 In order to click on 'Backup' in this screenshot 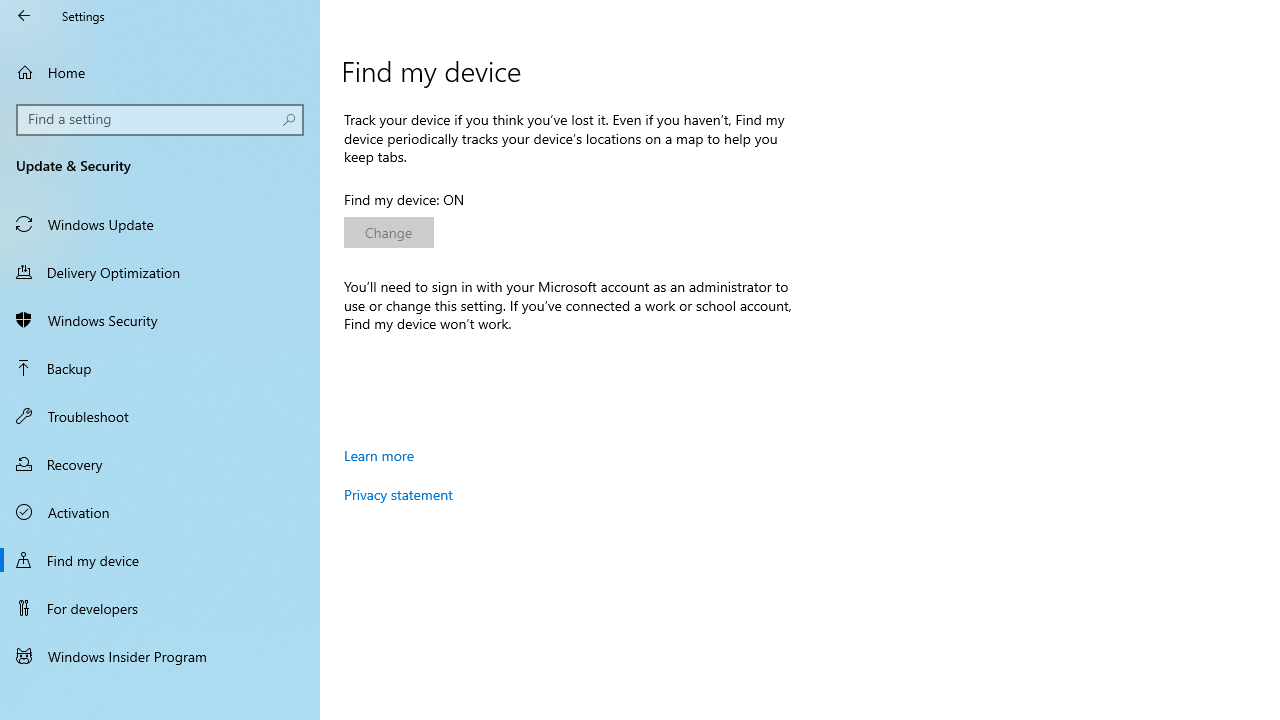, I will do `click(160, 367)`.